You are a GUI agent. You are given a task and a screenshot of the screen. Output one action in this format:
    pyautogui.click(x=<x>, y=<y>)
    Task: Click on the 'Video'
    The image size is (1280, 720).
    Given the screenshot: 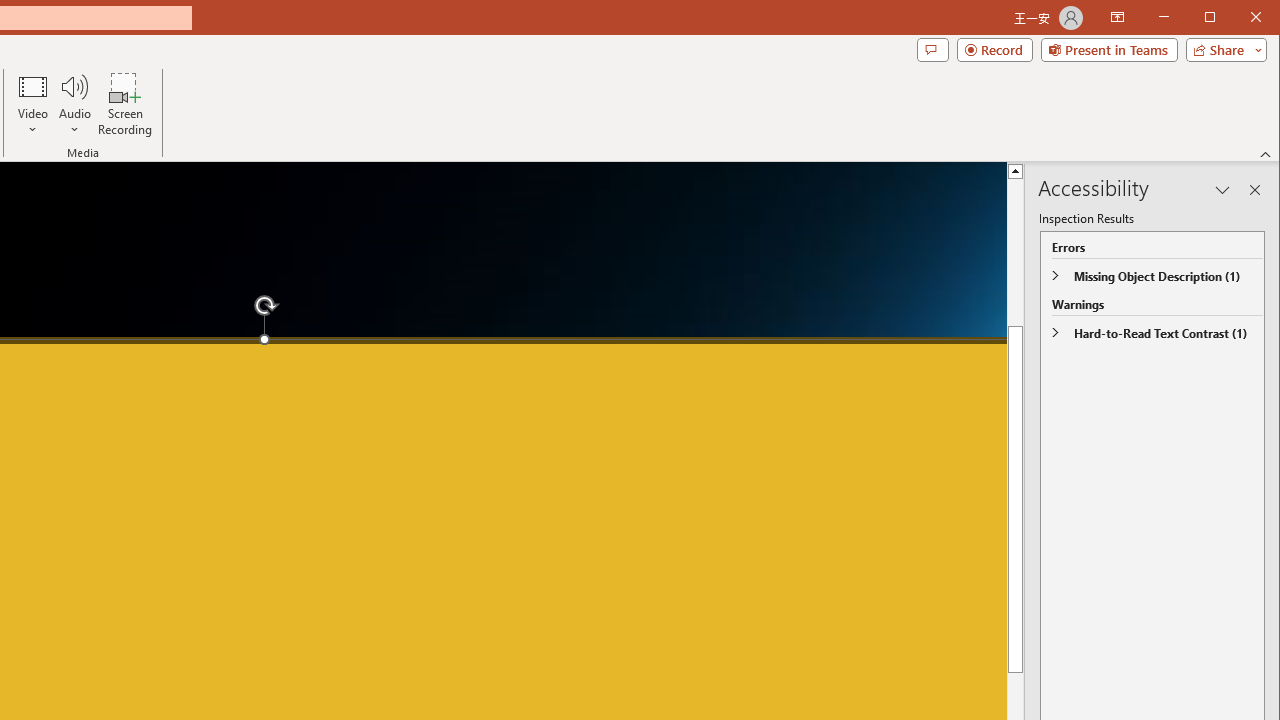 What is the action you would take?
    pyautogui.click(x=32, y=104)
    